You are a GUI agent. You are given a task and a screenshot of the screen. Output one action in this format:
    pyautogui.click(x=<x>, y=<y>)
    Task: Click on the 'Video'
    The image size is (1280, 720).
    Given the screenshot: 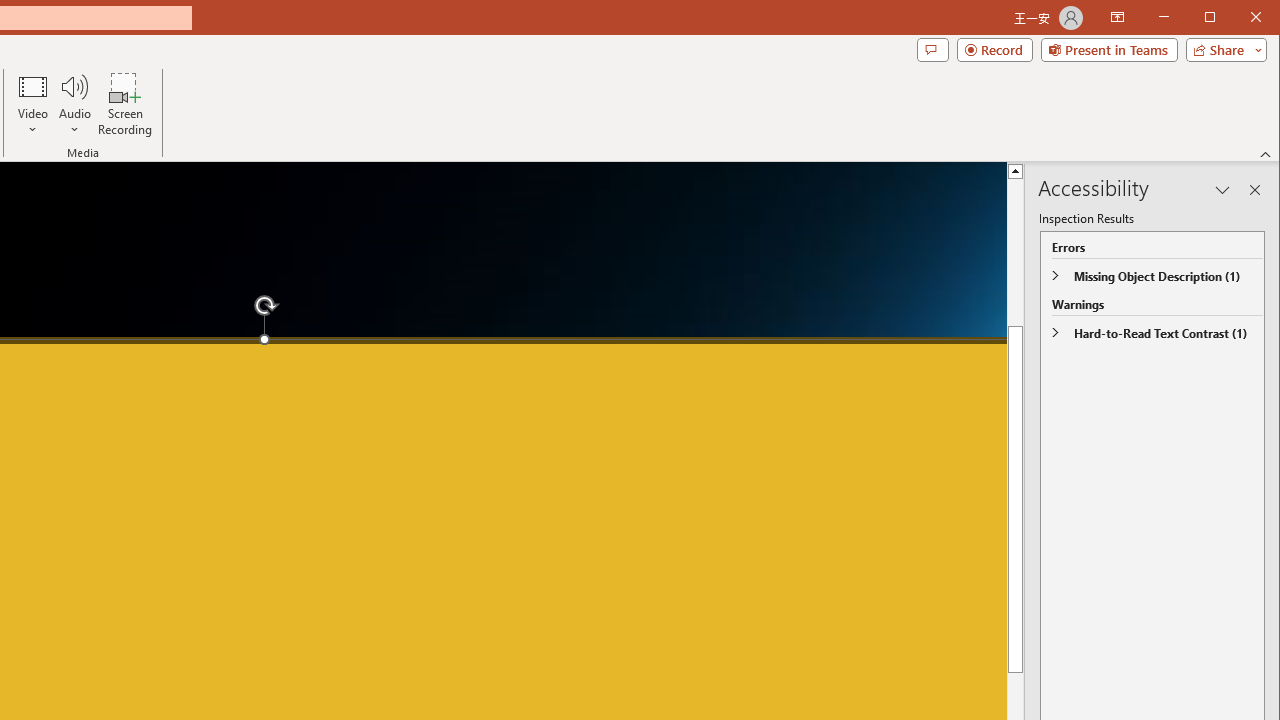 What is the action you would take?
    pyautogui.click(x=32, y=104)
    